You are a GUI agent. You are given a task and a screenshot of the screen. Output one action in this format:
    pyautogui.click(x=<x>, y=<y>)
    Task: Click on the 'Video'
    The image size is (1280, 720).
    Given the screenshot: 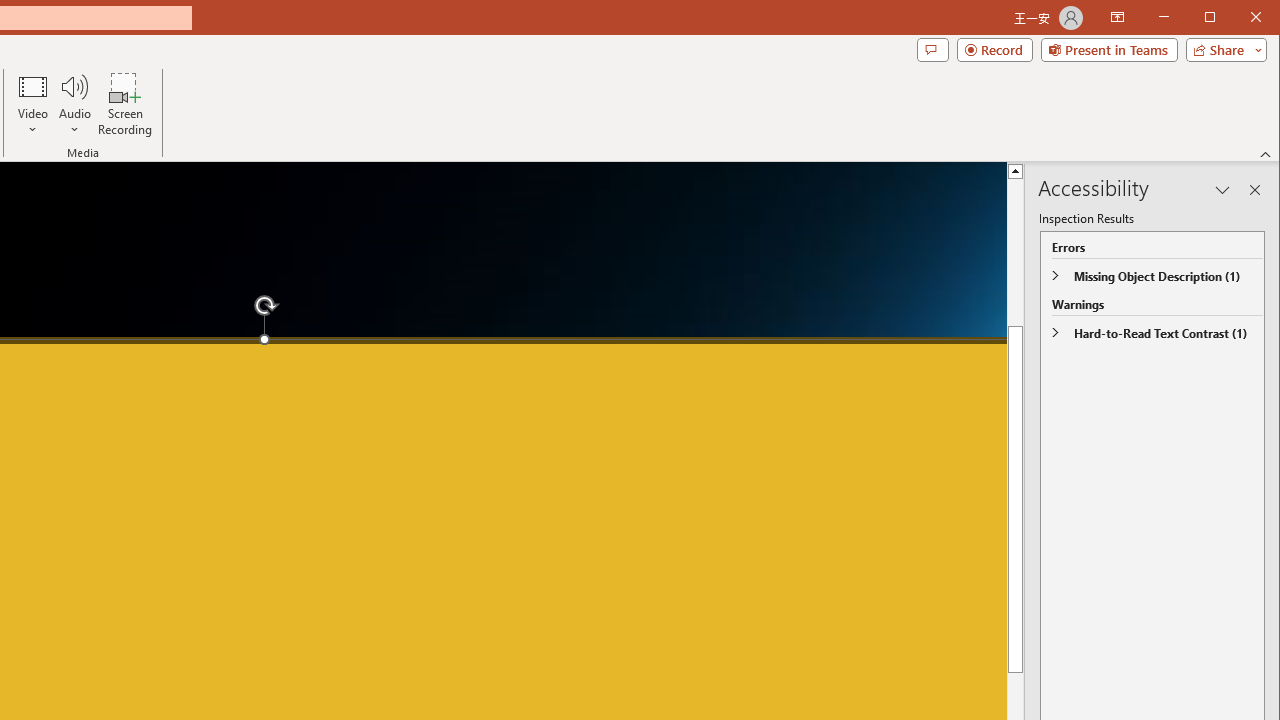 What is the action you would take?
    pyautogui.click(x=32, y=104)
    